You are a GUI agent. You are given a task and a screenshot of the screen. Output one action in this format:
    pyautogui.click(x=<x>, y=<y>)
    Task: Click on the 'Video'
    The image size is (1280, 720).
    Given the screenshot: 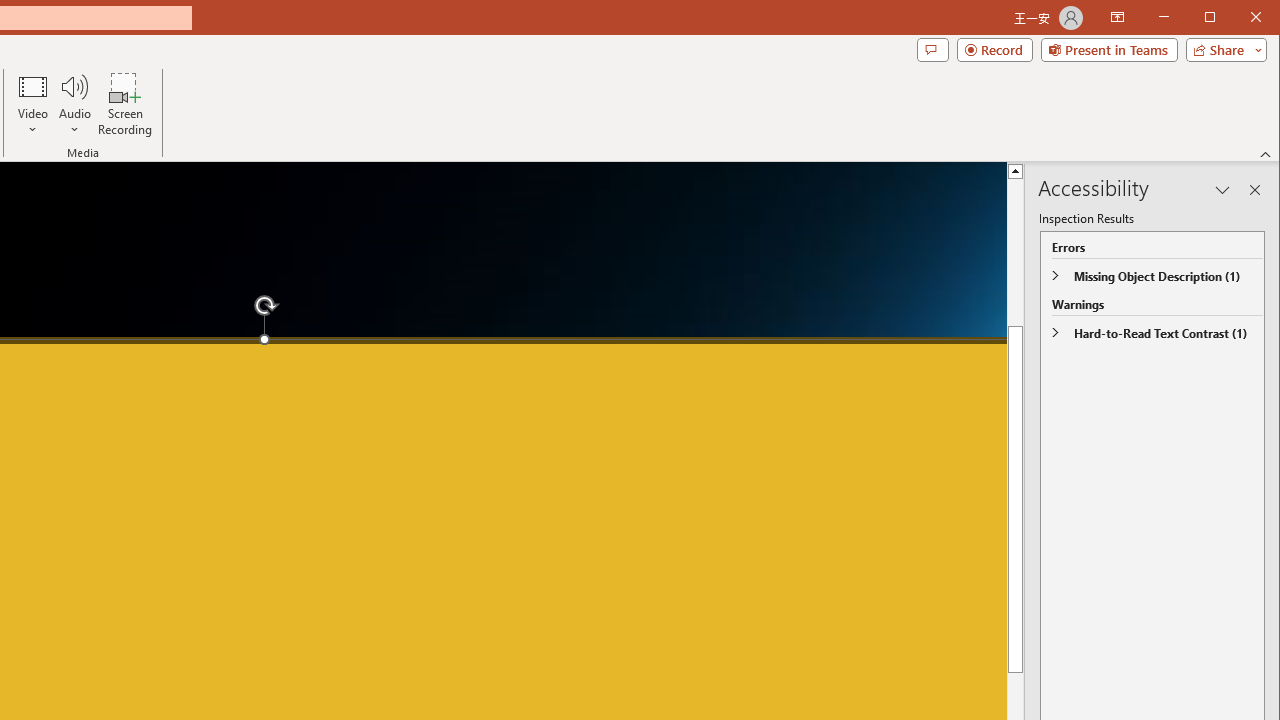 What is the action you would take?
    pyautogui.click(x=32, y=104)
    